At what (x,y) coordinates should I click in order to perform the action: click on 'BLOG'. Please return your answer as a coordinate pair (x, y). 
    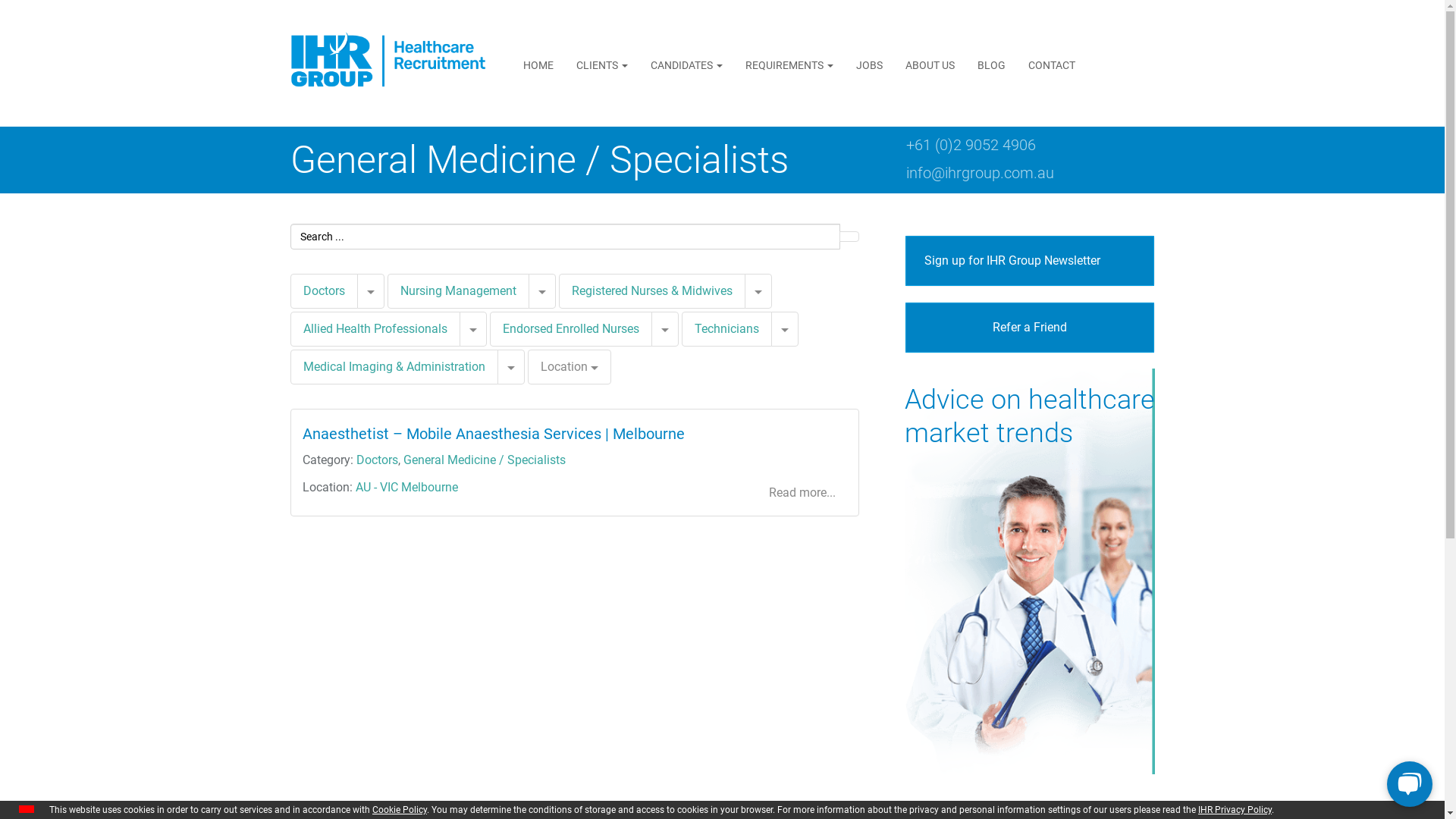
    Looking at the image, I should click on (991, 64).